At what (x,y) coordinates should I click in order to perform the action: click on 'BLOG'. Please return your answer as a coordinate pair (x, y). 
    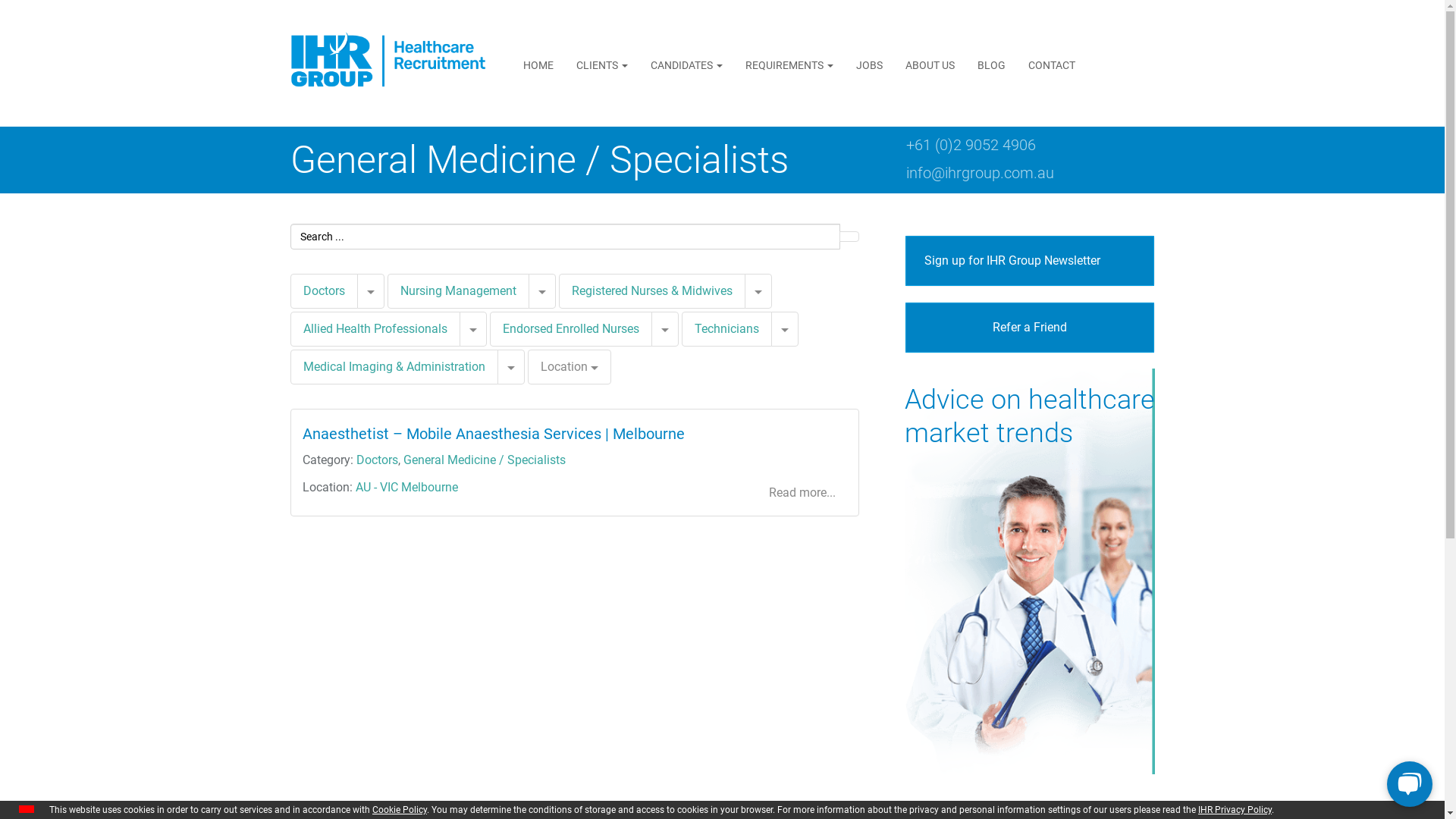
    Looking at the image, I should click on (991, 64).